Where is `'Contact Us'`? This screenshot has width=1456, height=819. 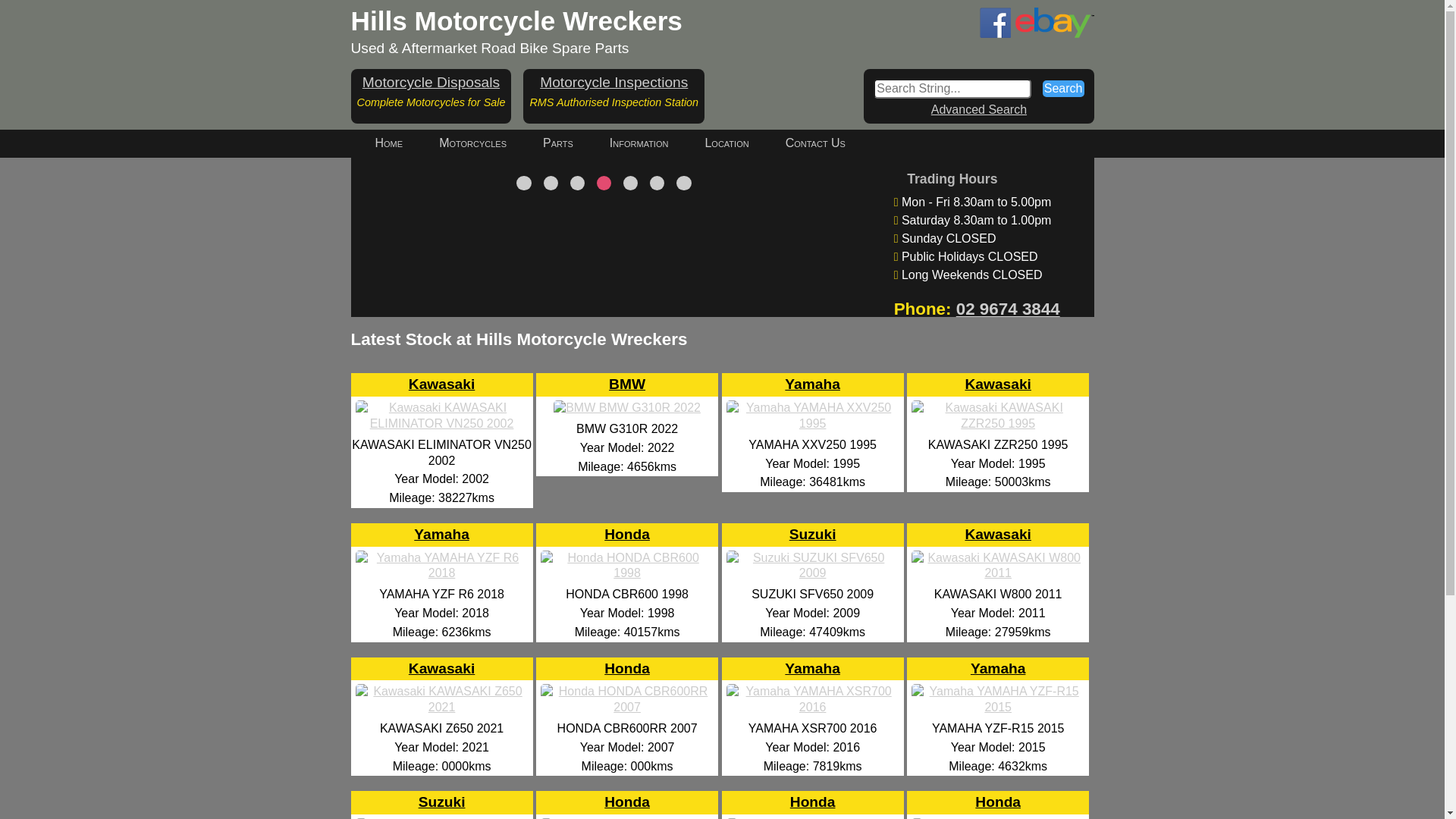
'Contact Us' is located at coordinates (767, 143).